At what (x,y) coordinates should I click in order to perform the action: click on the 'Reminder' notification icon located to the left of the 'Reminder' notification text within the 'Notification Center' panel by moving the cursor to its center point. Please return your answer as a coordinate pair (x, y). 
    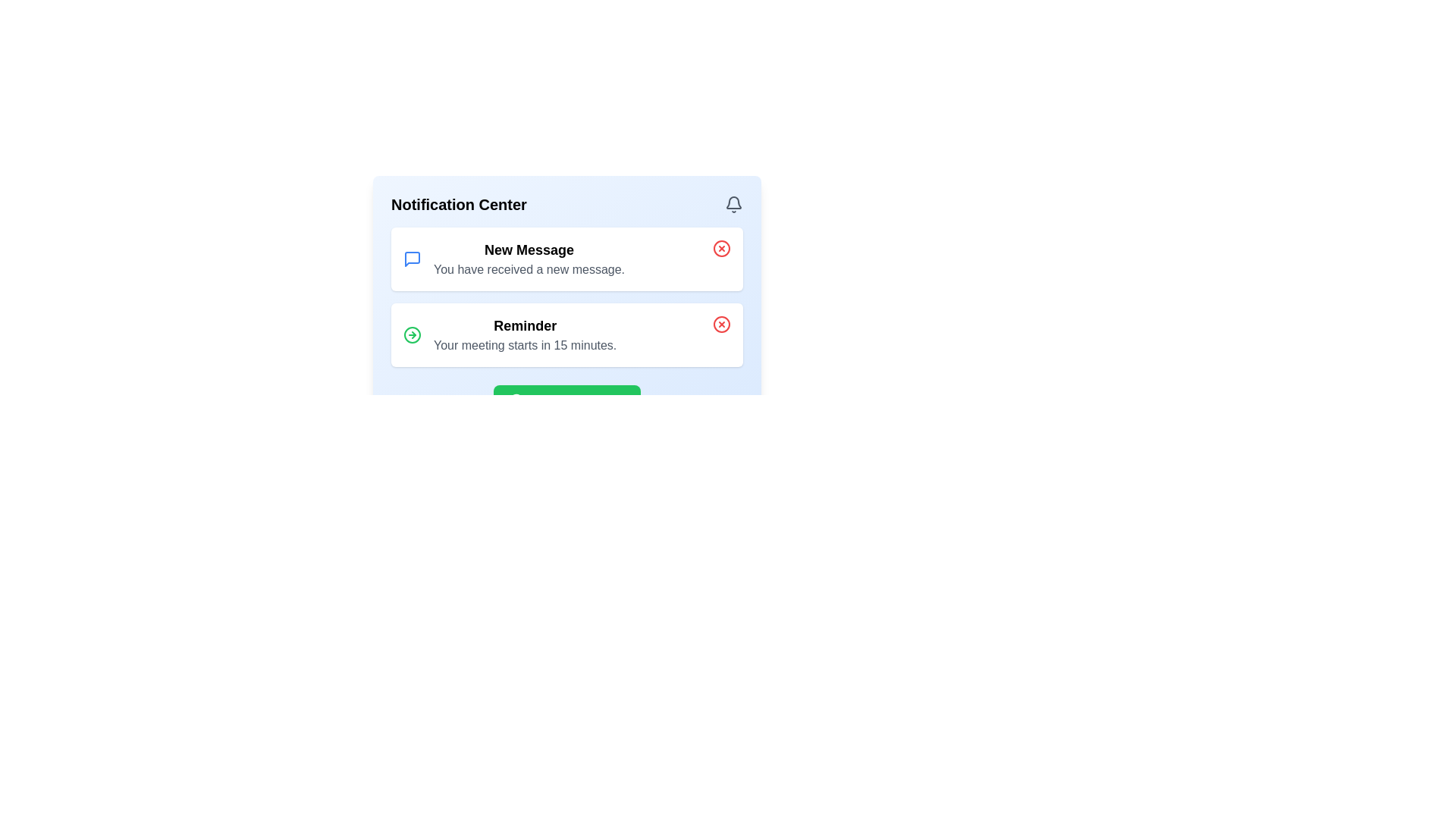
    Looking at the image, I should click on (412, 334).